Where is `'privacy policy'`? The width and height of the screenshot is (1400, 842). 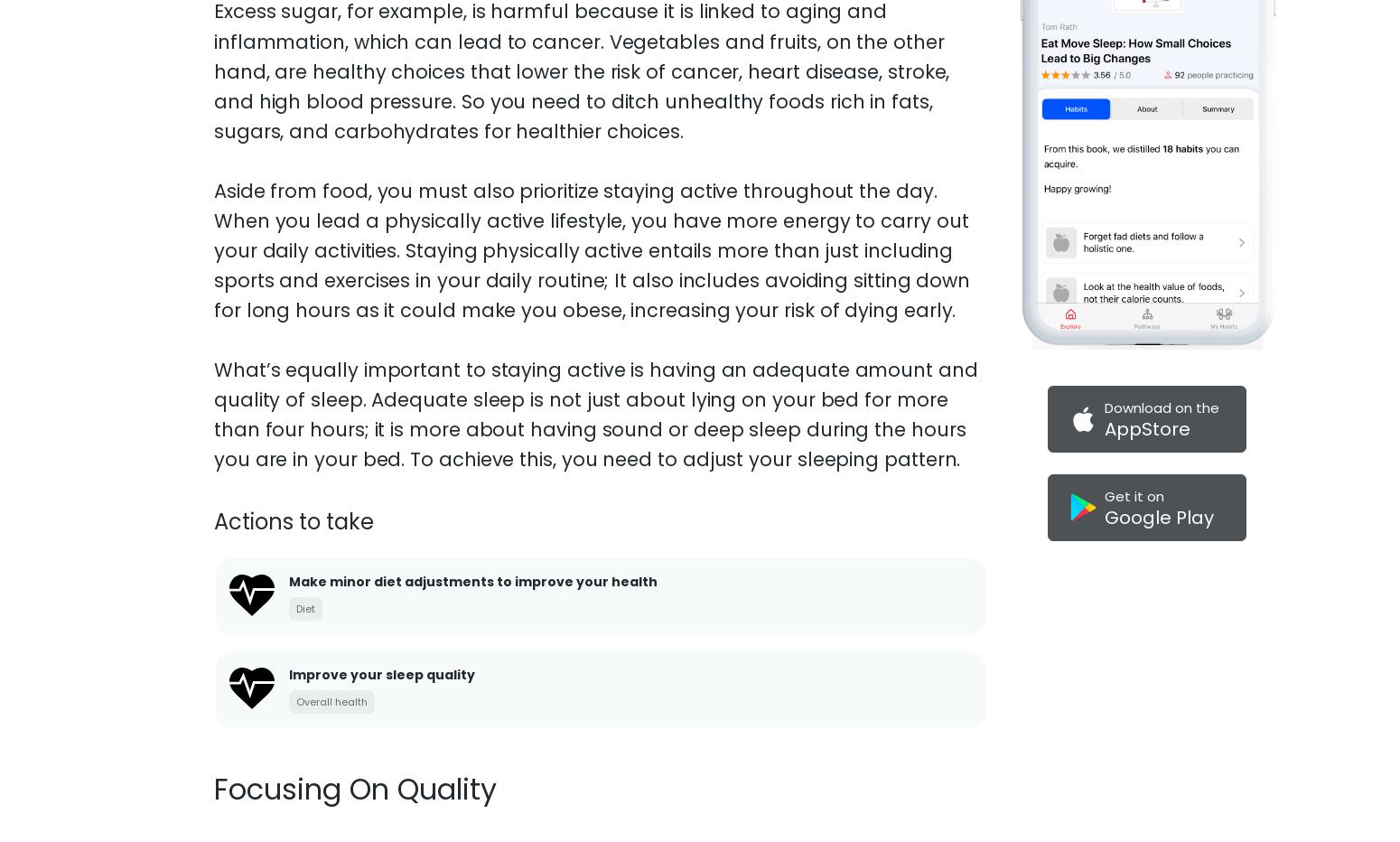
'privacy policy' is located at coordinates (869, 42).